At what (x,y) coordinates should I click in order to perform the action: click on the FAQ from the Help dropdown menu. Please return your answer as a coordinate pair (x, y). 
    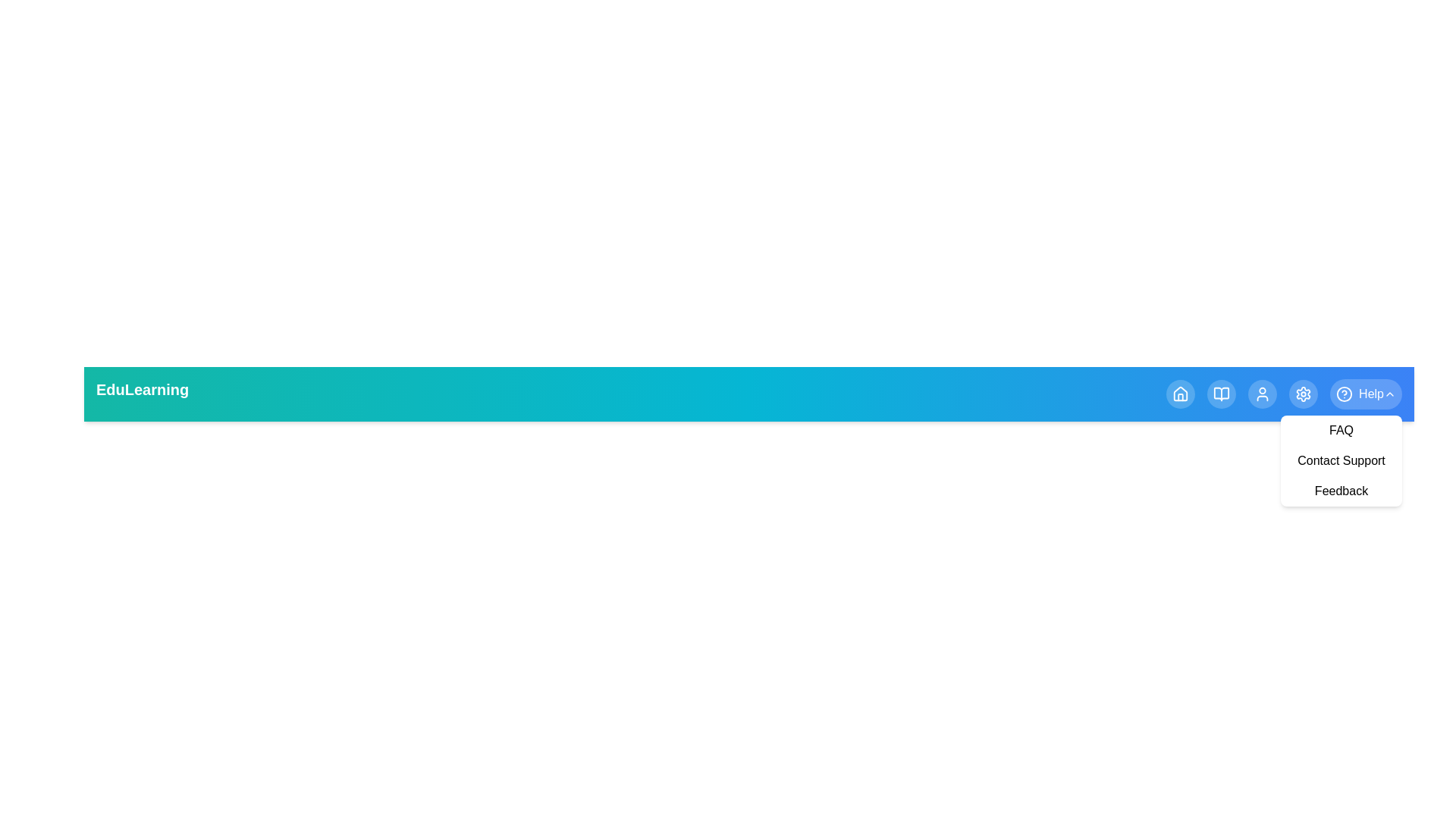
    Looking at the image, I should click on (1341, 430).